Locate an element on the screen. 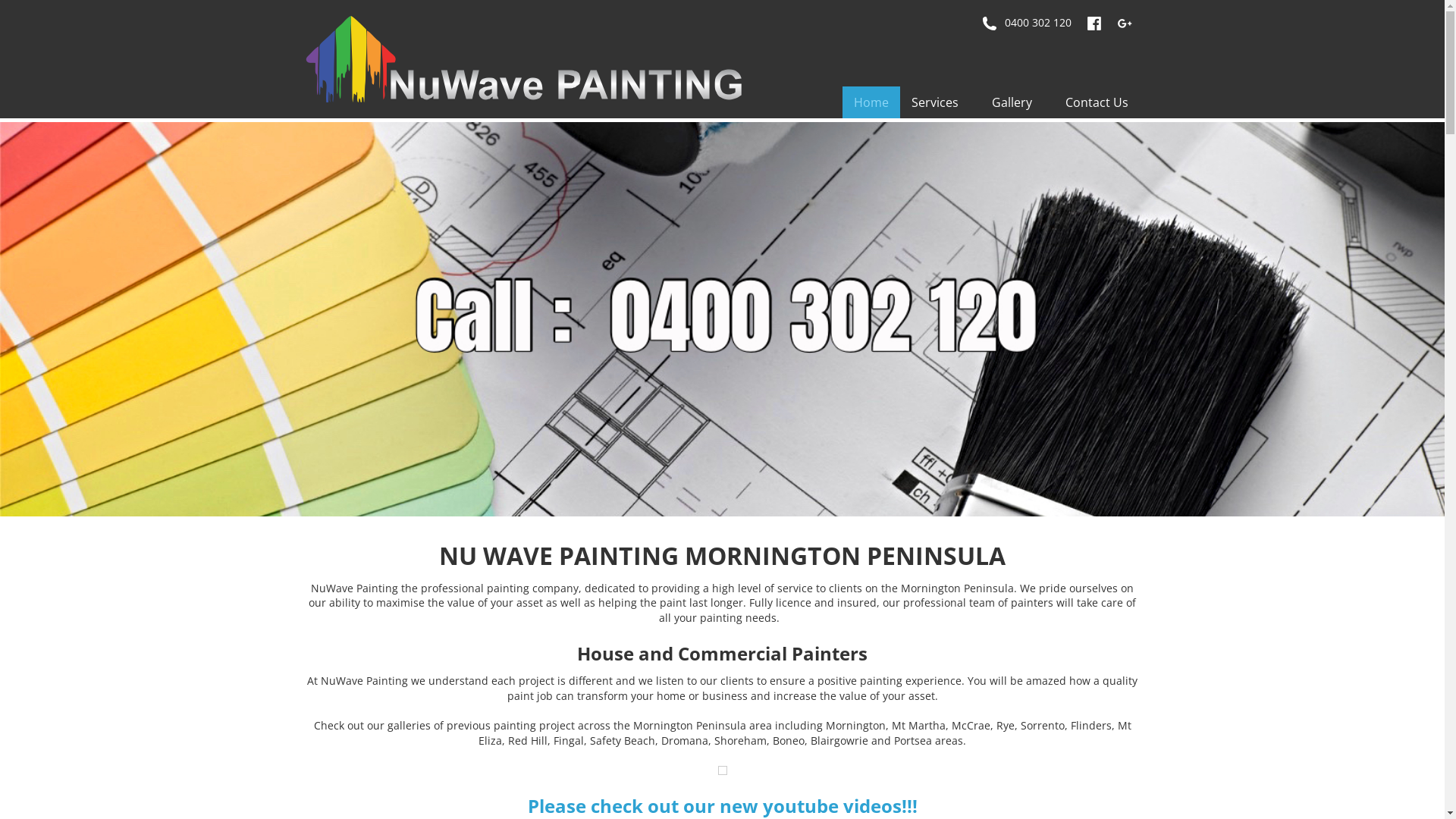 This screenshot has height=819, width=1456. '0400 302 120' is located at coordinates (1026, 23).